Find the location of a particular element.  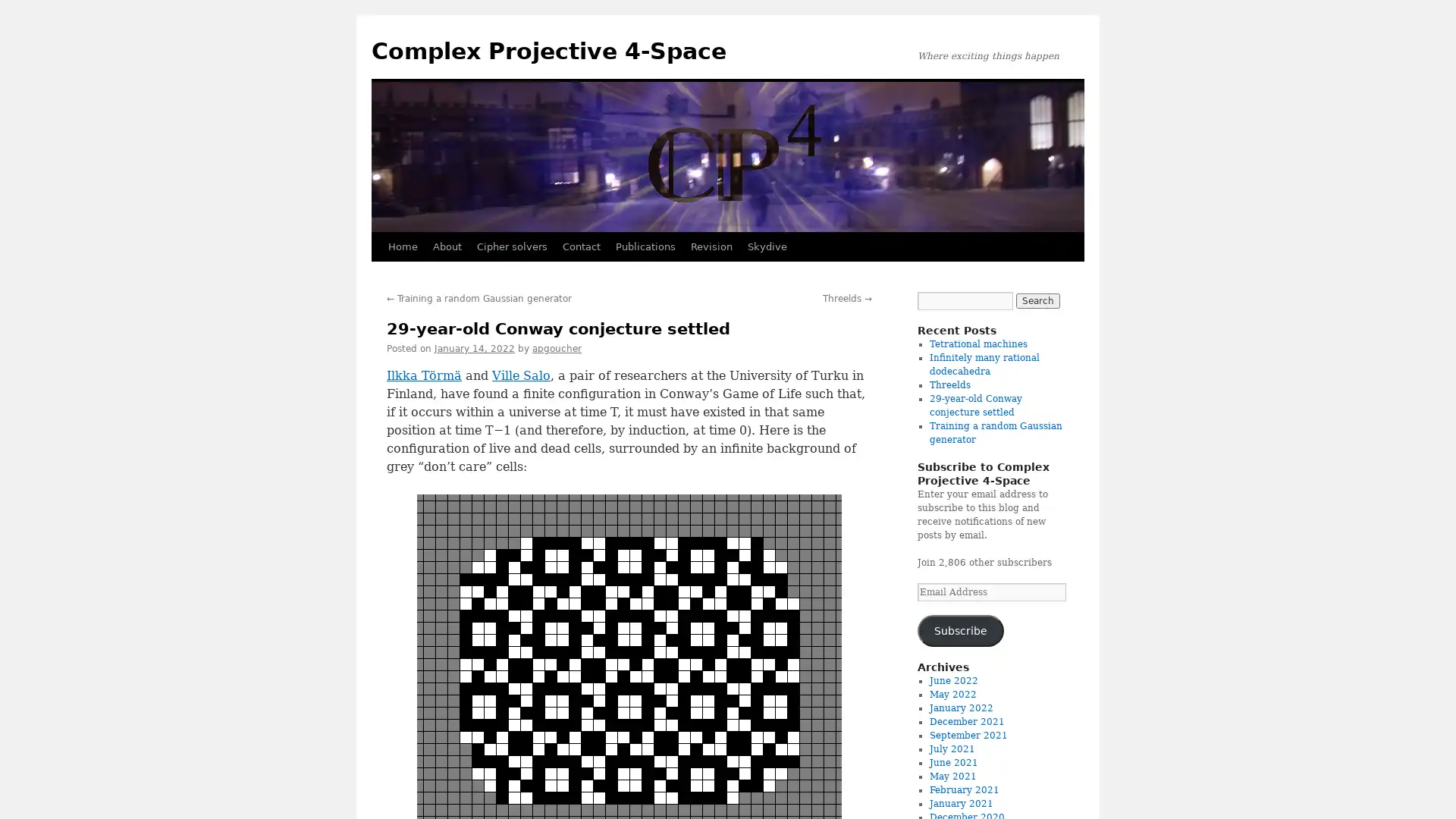

Subscribe is located at coordinates (959, 631).